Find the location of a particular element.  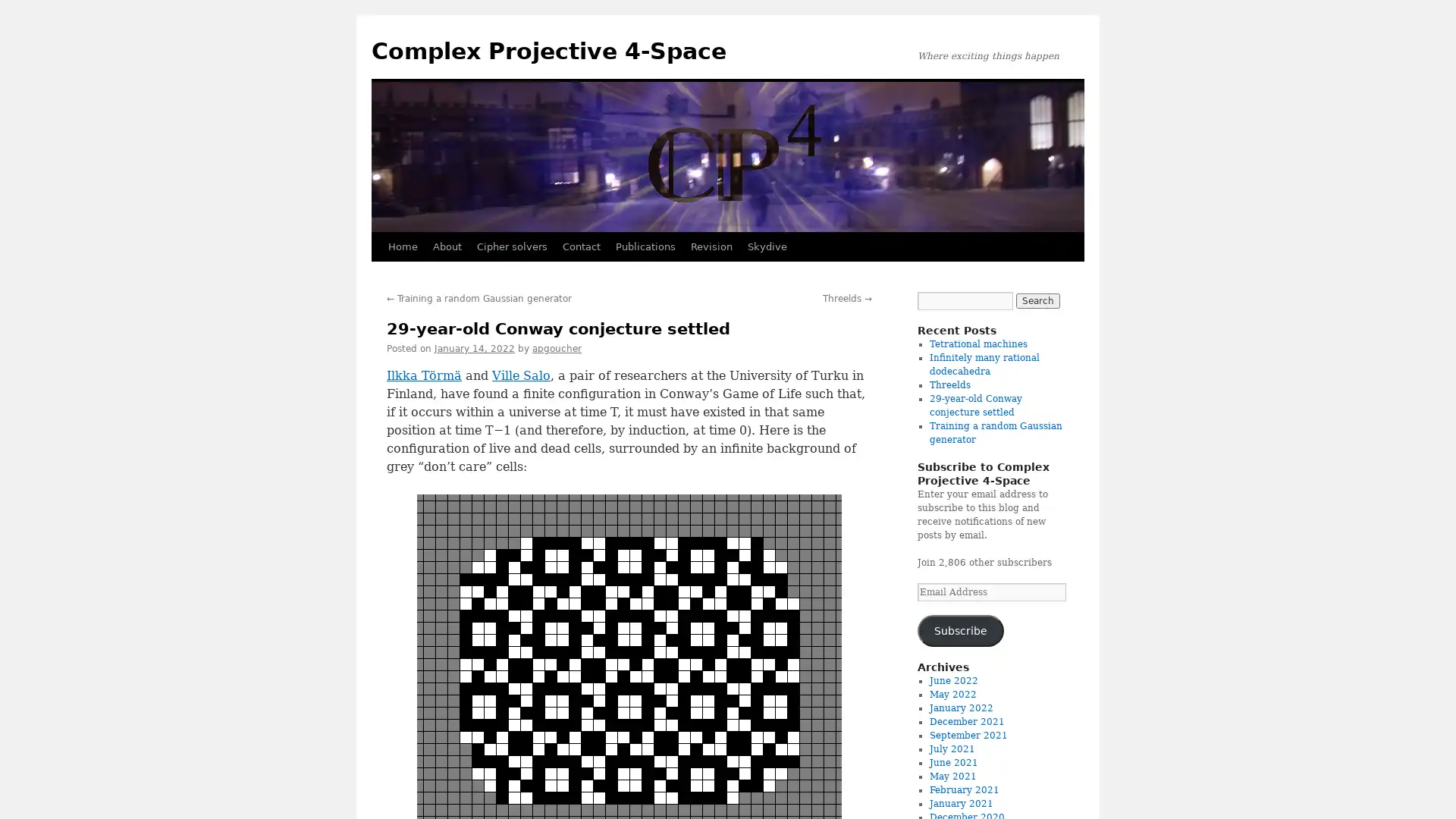

Subscribe is located at coordinates (959, 631).